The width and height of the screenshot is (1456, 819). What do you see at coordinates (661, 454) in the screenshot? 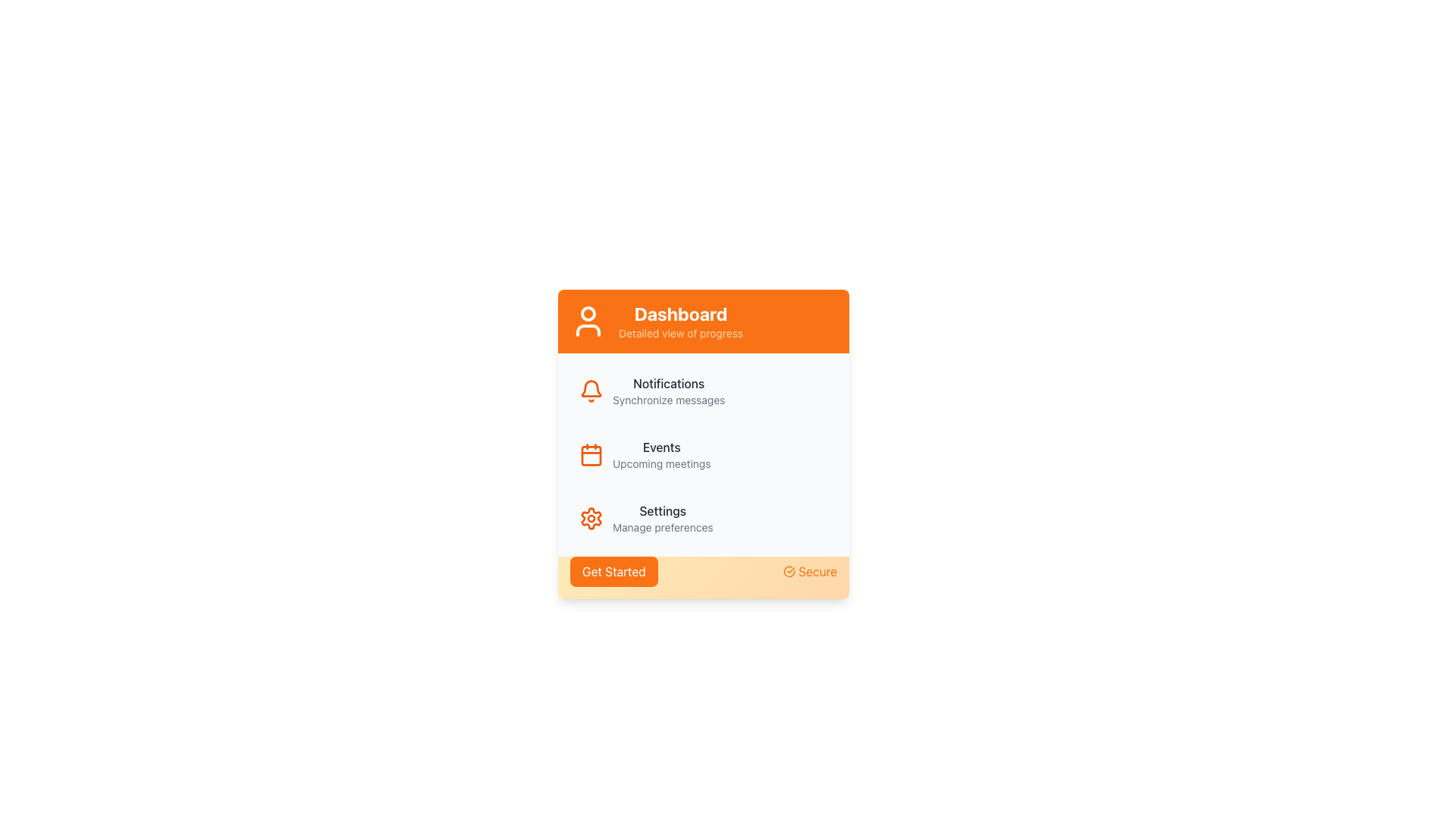
I see `text label element titled 'Events' that includes the subtitle 'Upcoming meetings', located in the middle section of the card-like interface` at bounding box center [661, 454].